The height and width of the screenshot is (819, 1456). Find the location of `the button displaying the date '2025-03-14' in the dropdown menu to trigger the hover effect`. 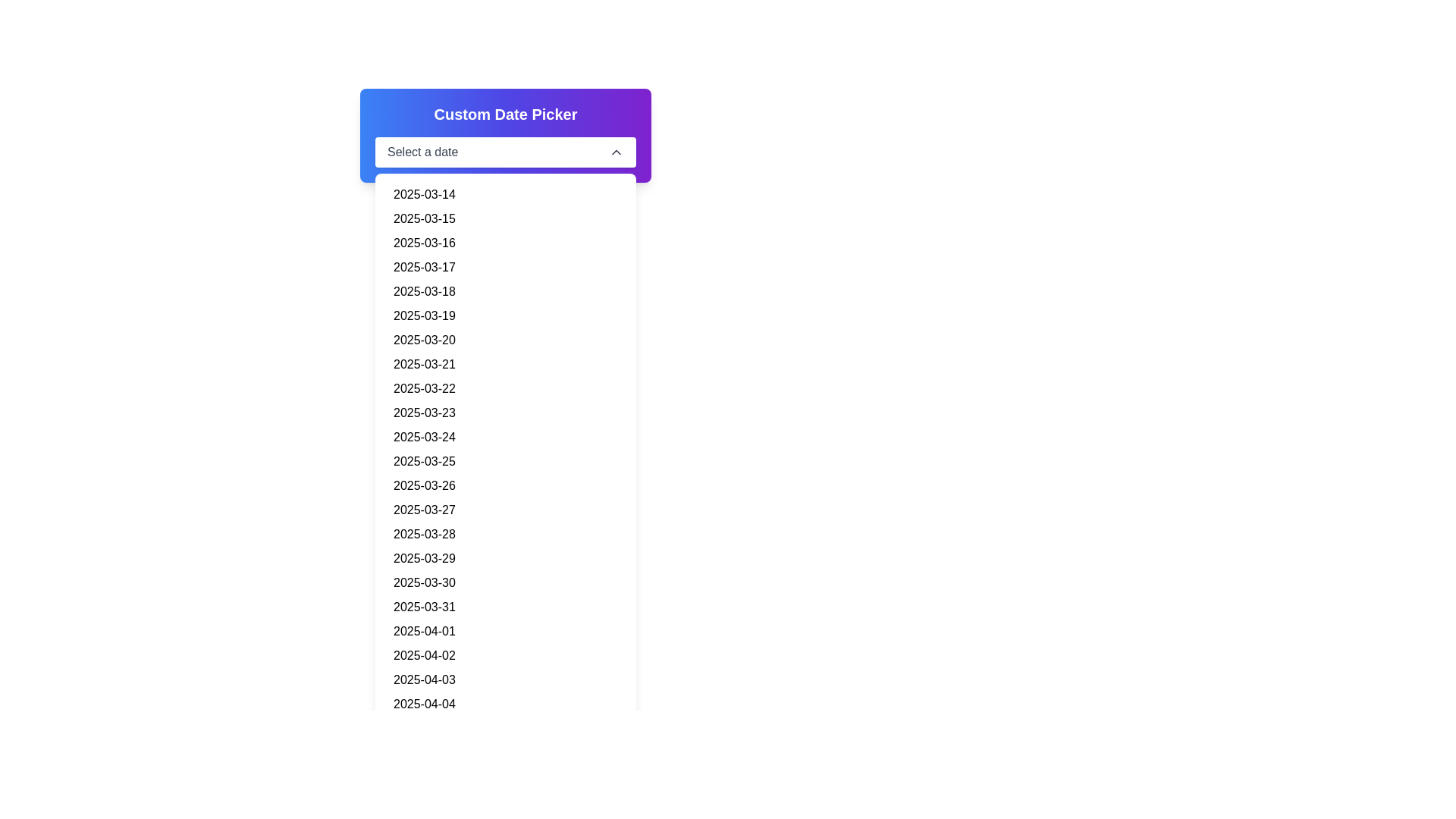

the button displaying the date '2025-03-14' in the dropdown menu to trigger the hover effect is located at coordinates (506, 194).